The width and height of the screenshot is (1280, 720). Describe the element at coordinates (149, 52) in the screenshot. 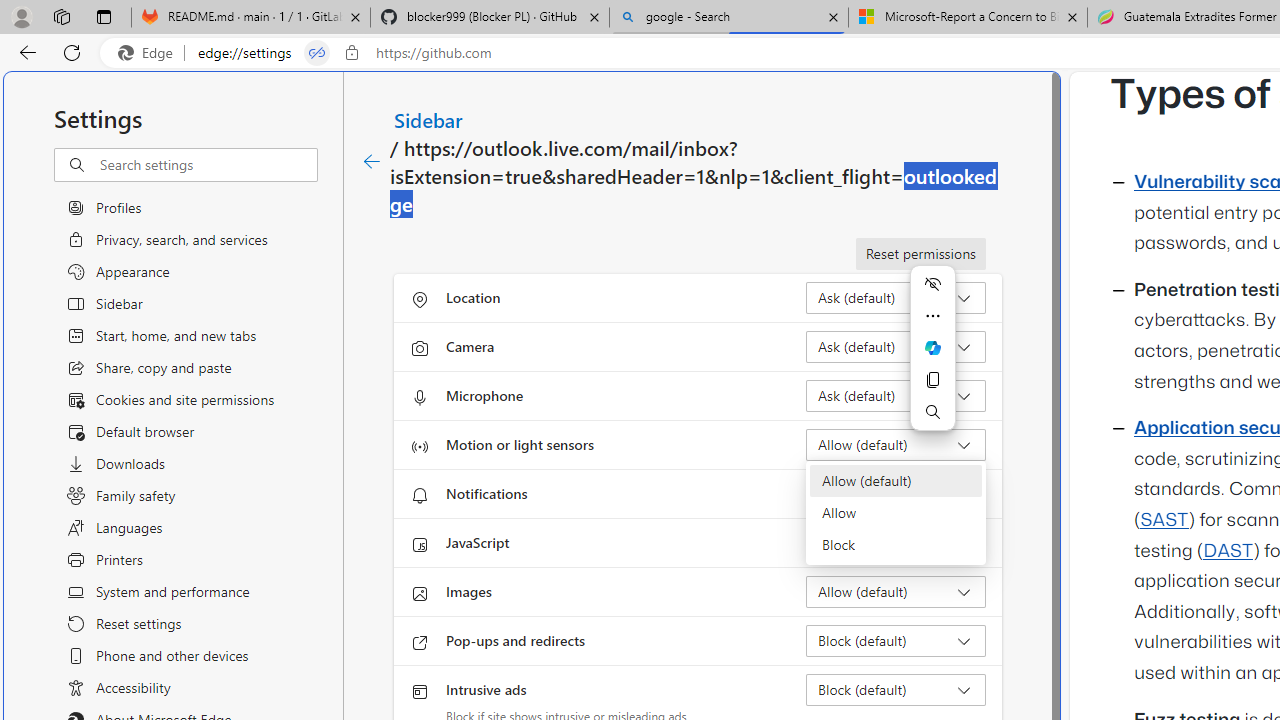

I see `'Edge'` at that location.